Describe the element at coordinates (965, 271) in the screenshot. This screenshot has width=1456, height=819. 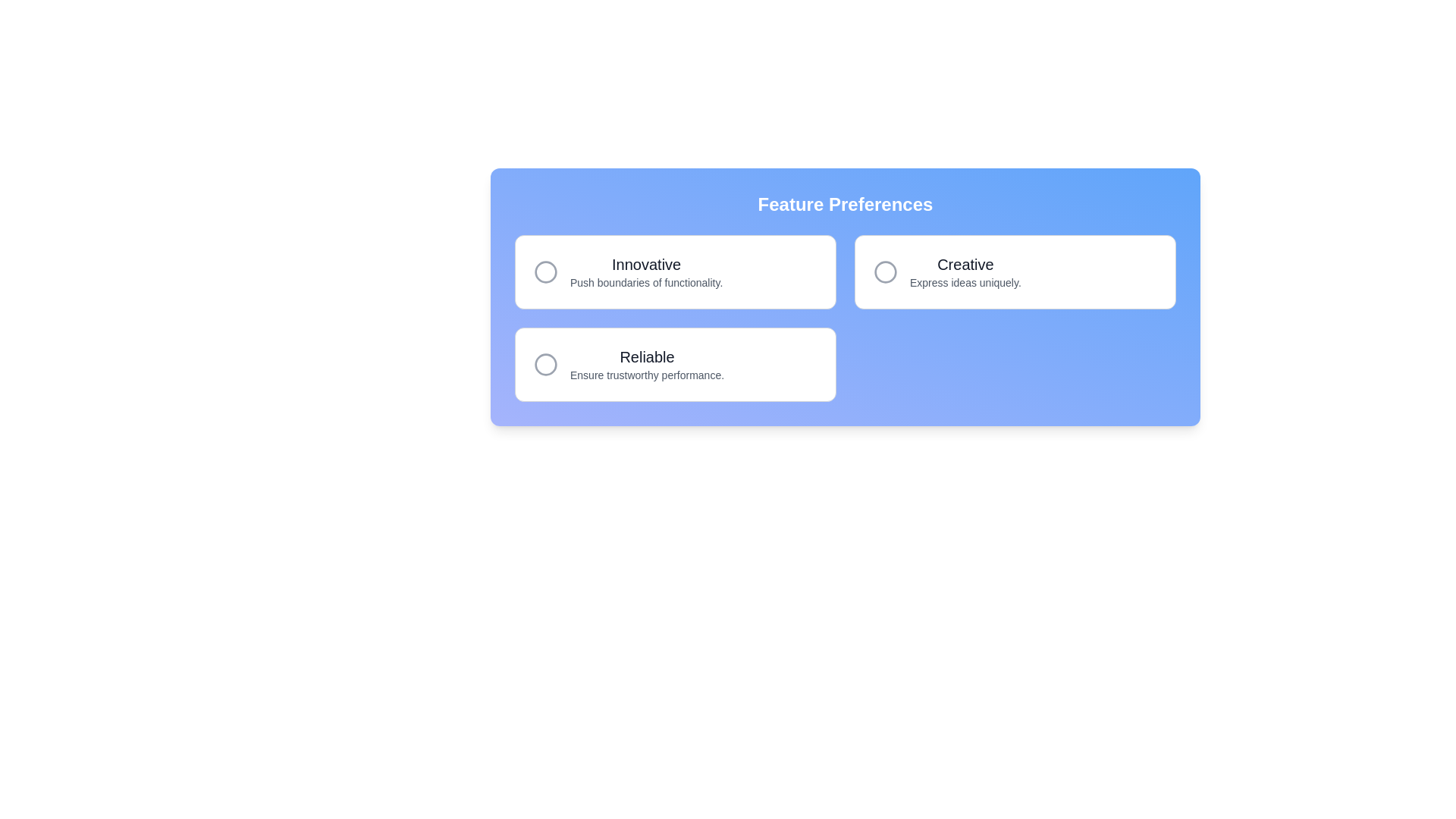
I see `the selectable text label that says 'Creative' with the phrase 'Express ideas uniquely.' below it, located in the second card of the right column under the 'Feature Preferences' header` at that location.